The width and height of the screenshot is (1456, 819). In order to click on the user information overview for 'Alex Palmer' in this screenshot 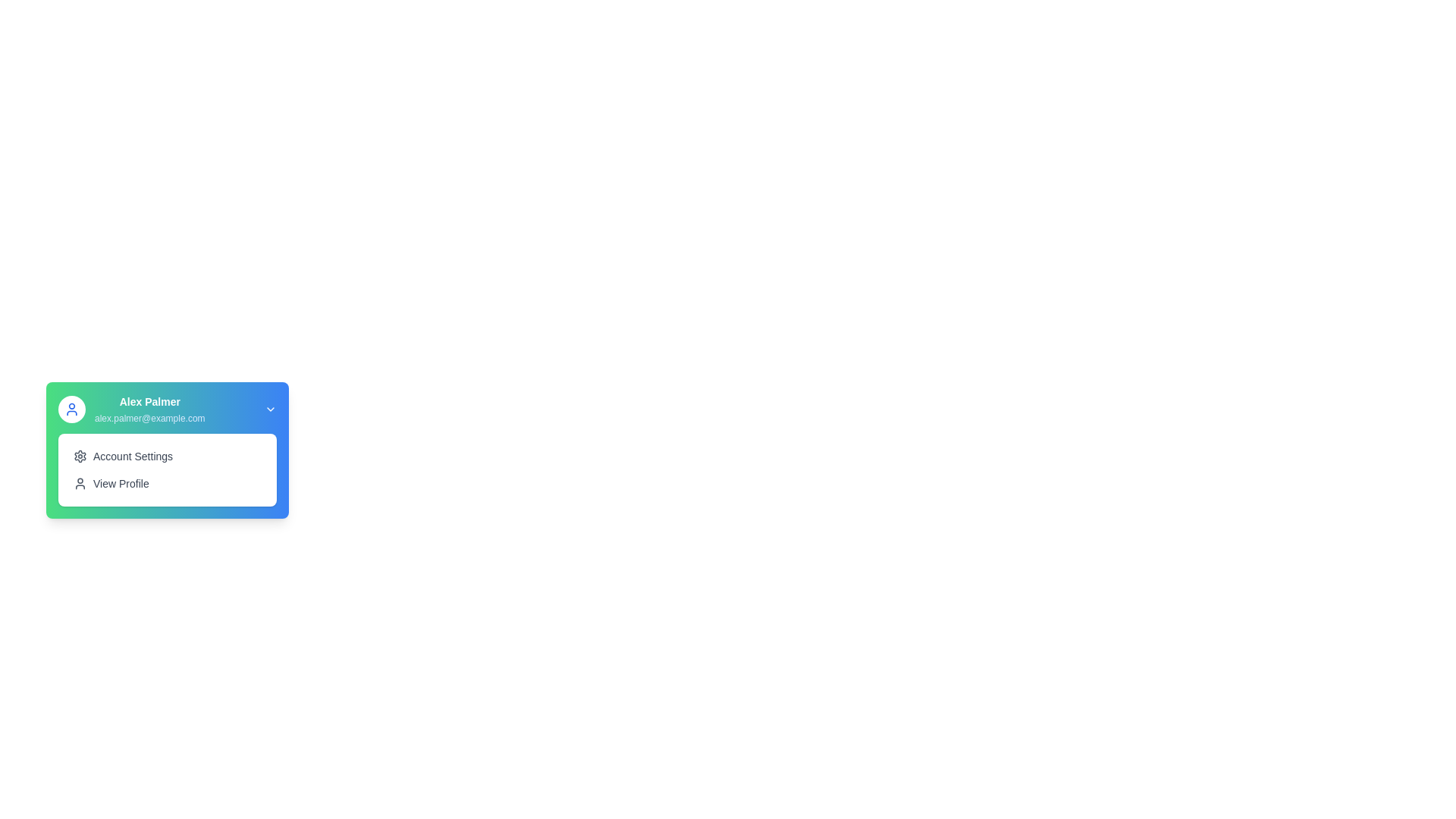, I will do `click(167, 409)`.